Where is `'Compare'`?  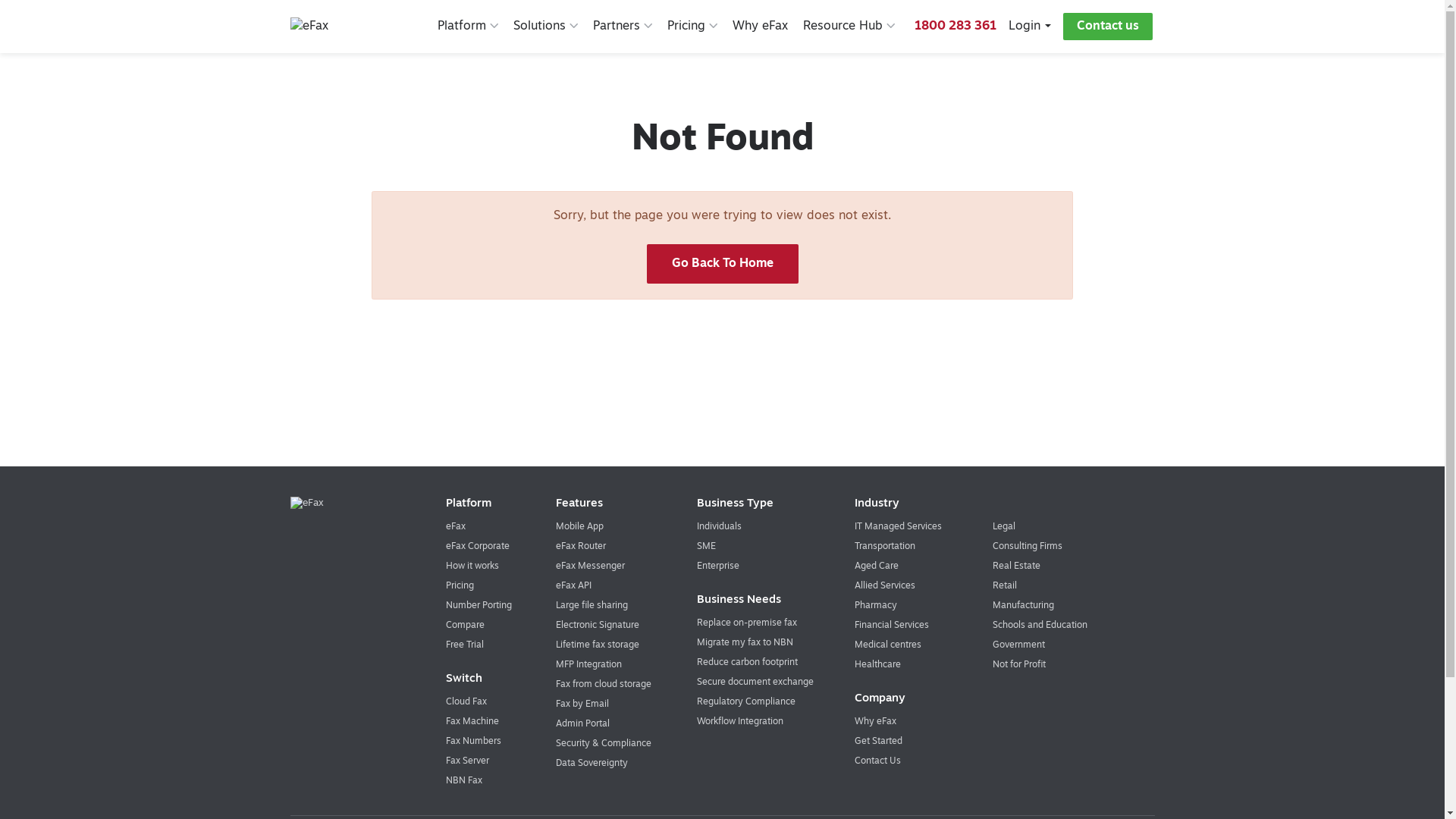
'Compare' is located at coordinates (464, 626).